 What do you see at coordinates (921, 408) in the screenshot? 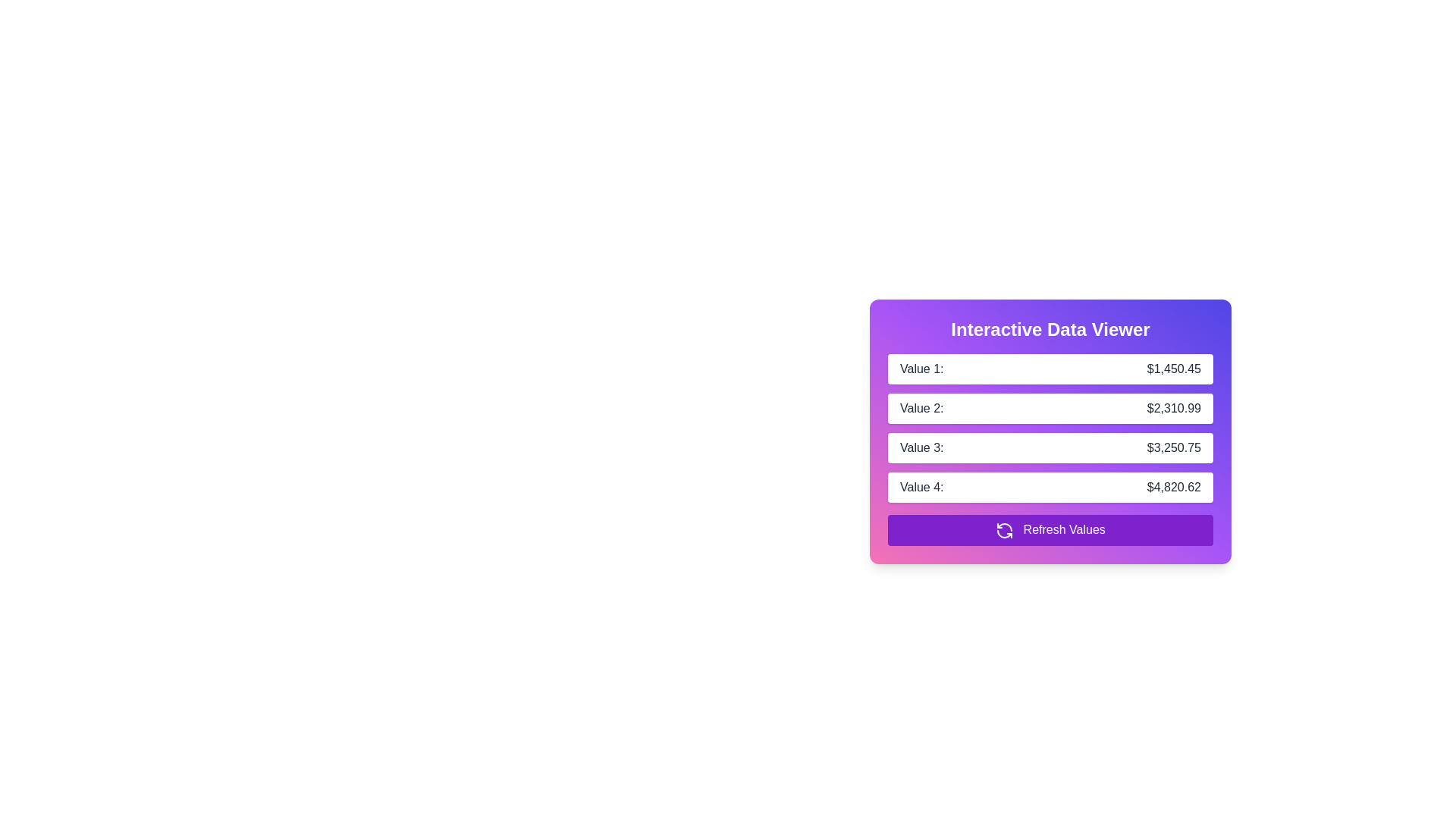
I see `the static text label displaying 'Value 2:' which is presented in bold, black text and is part of a card interface, located directly to the left of the value '$2,310.99'` at bounding box center [921, 408].